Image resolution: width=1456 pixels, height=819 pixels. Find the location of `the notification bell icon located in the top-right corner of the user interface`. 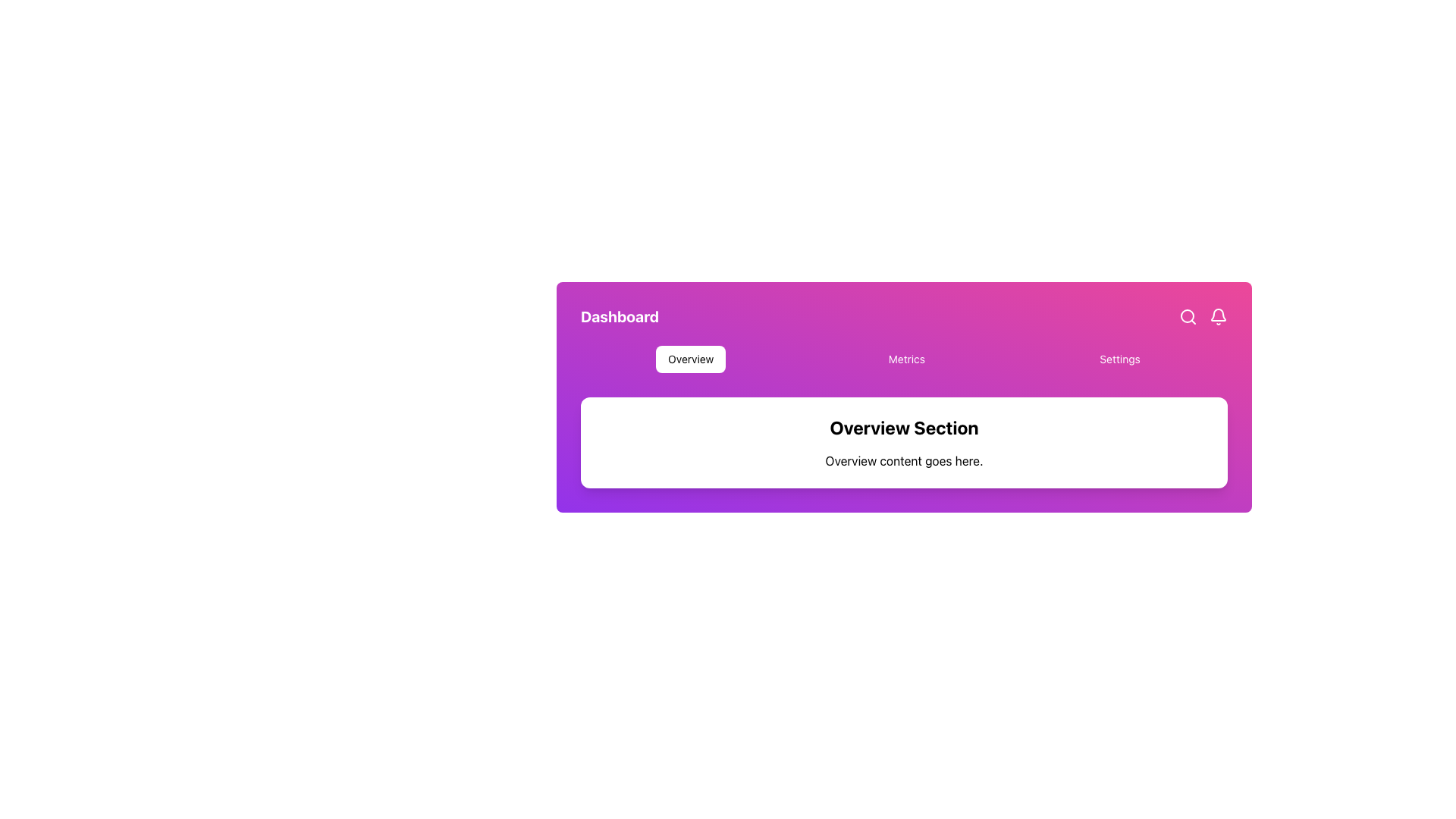

the notification bell icon located in the top-right corner of the user interface is located at coordinates (1219, 315).